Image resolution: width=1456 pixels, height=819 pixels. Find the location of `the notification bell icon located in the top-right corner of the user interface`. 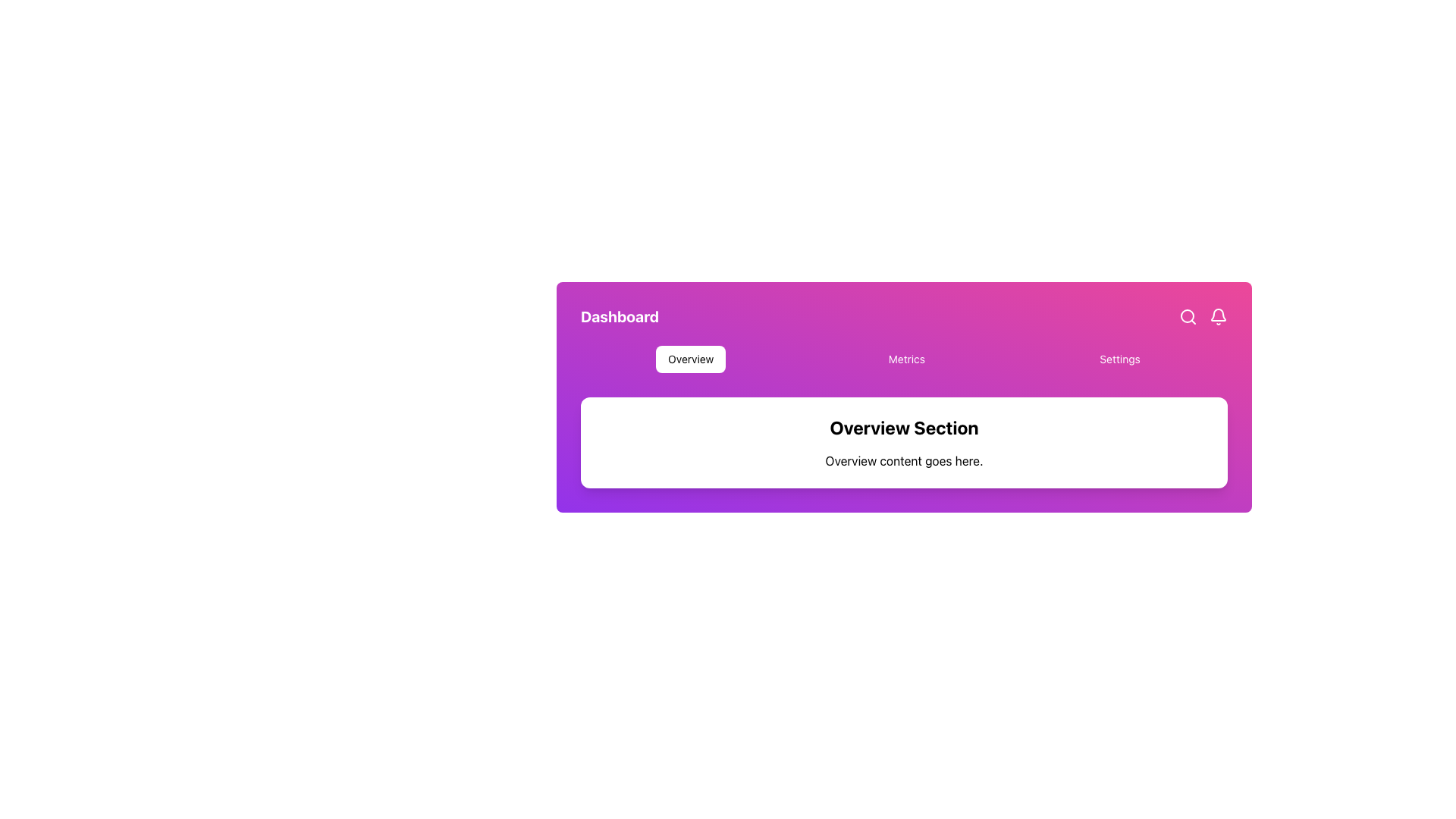

the notification bell icon located in the top-right corner of the user interface is located at coordinates (1219, 315).